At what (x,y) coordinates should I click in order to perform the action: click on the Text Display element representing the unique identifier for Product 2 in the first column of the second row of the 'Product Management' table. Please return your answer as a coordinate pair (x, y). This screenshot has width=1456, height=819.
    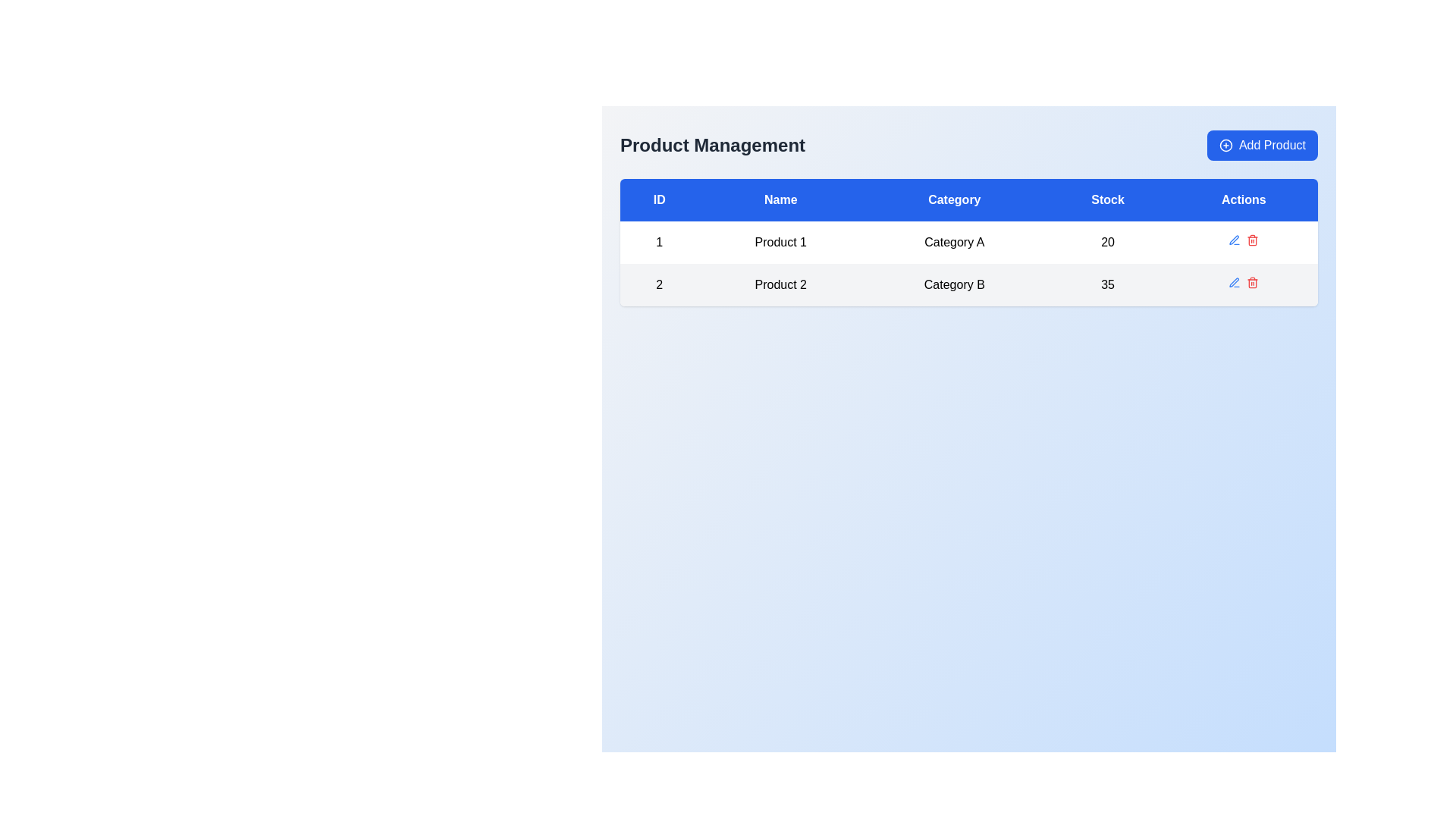
    Looking at the image, I should click on (659, 284).